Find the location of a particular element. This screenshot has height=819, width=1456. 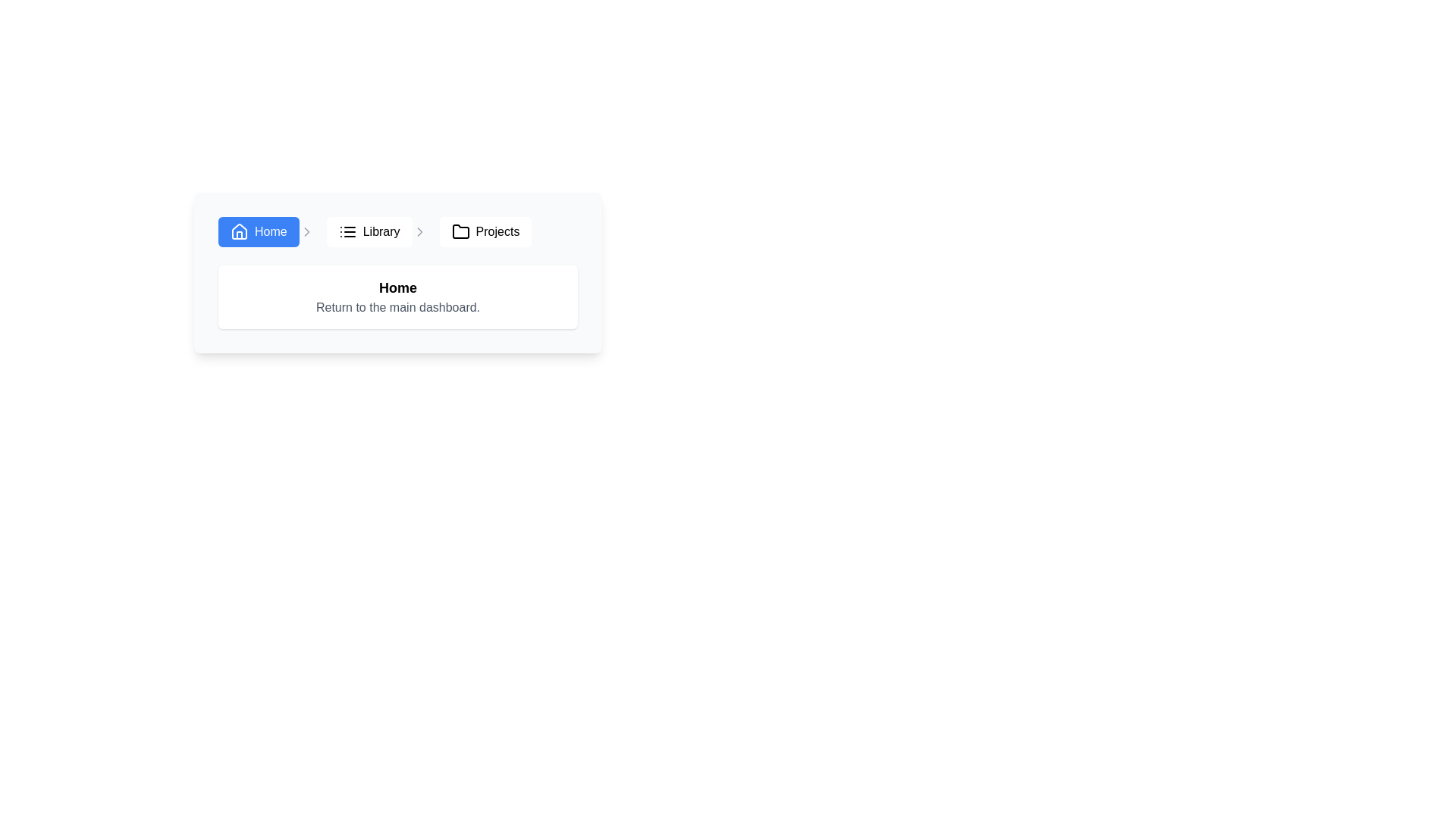

the 'Home' button icon is located at coordinates (239, 231).